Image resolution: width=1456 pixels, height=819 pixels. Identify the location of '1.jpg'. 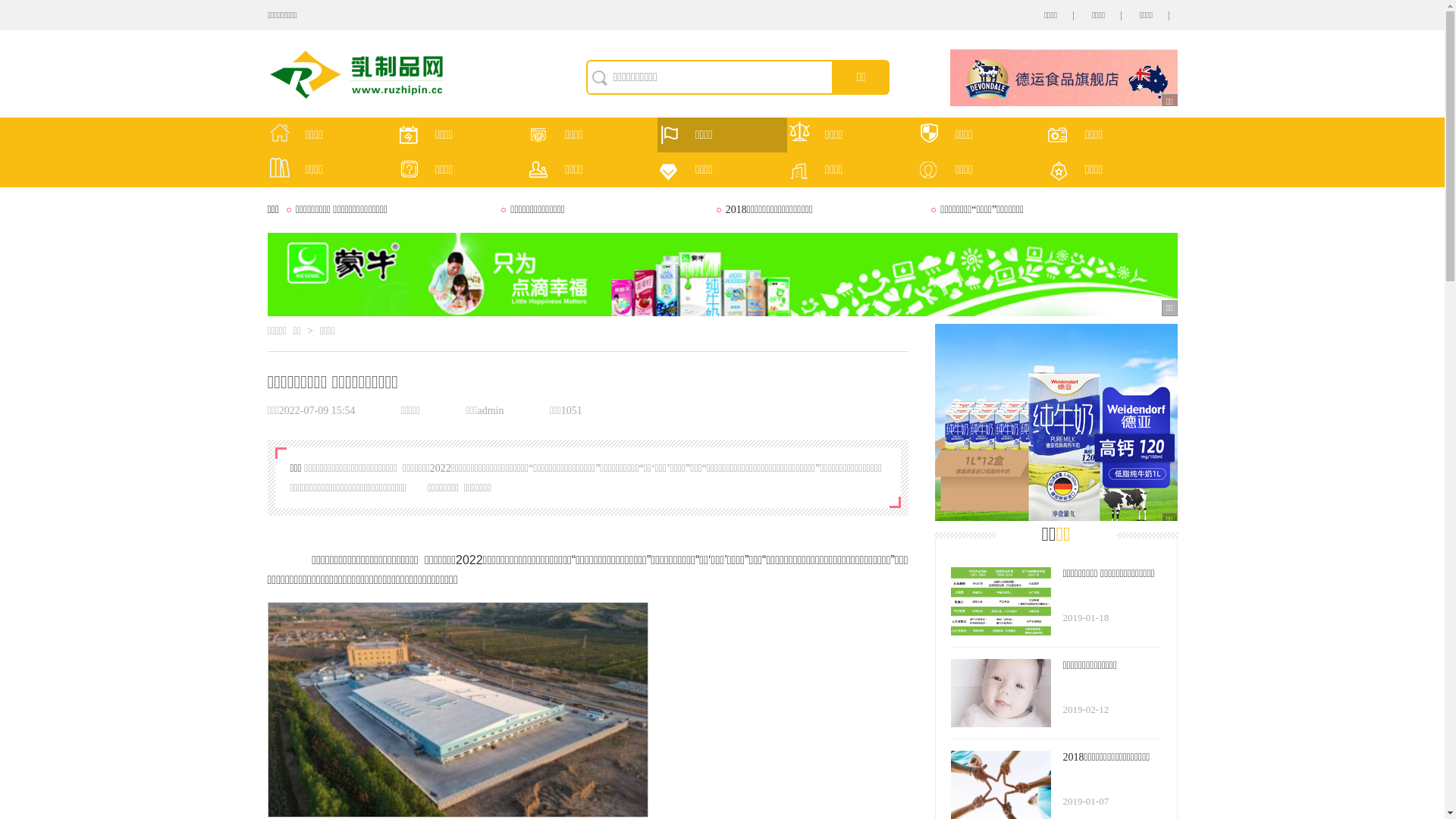
(457, 710).